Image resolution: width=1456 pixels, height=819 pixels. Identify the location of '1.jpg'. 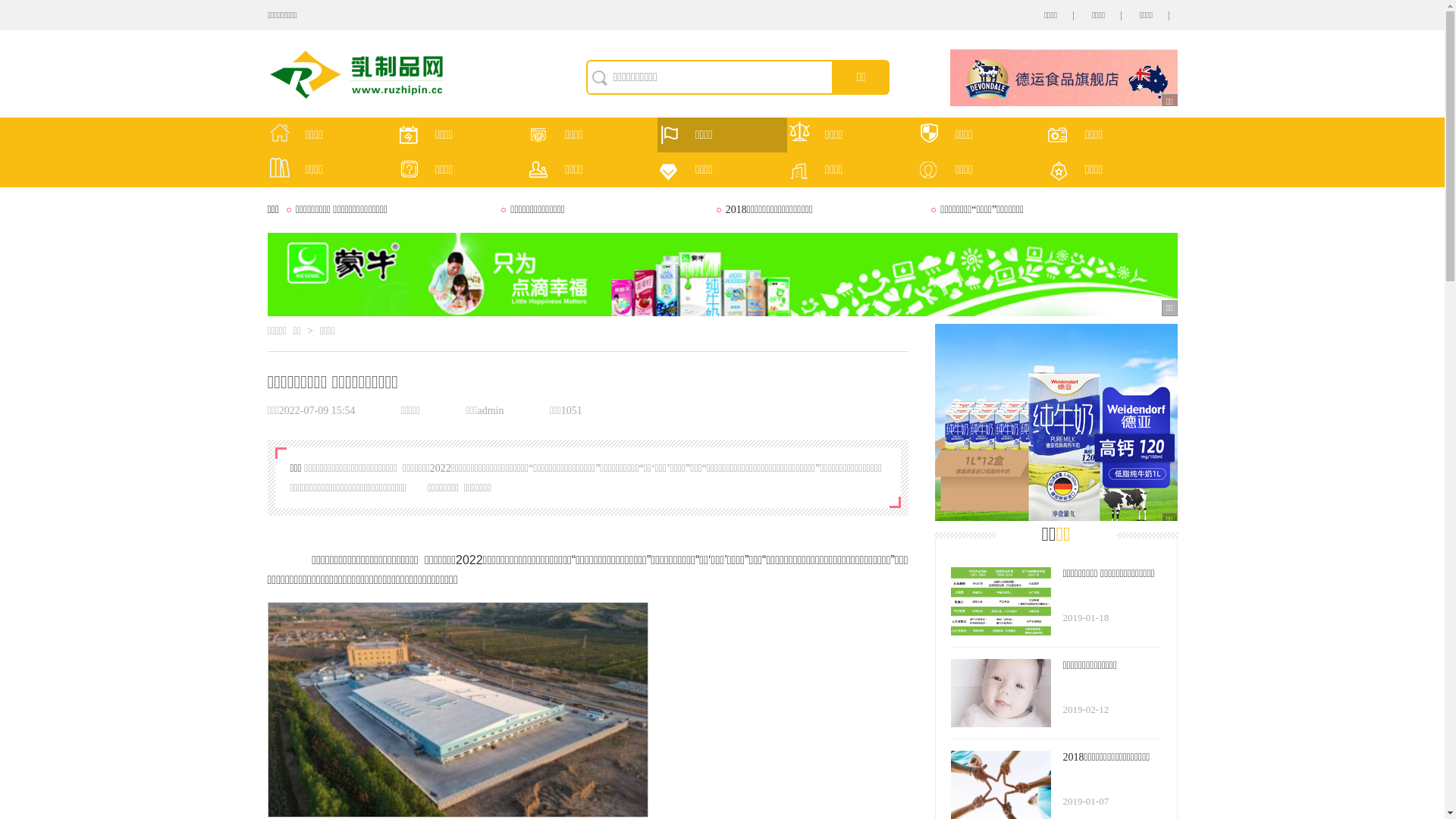
(457, 710).